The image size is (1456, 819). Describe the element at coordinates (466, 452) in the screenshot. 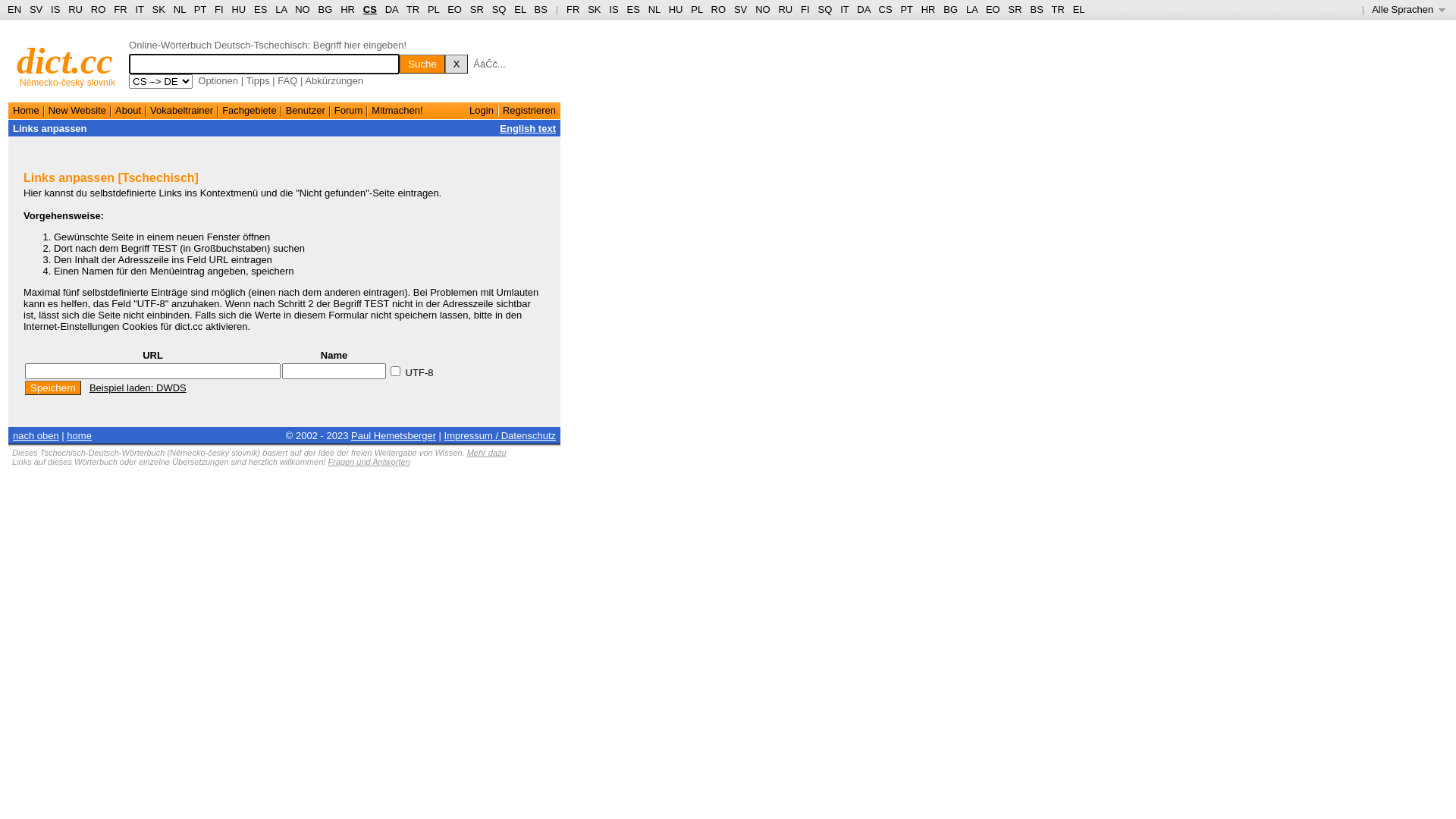

I see `'Mehr dazu'` at that location.